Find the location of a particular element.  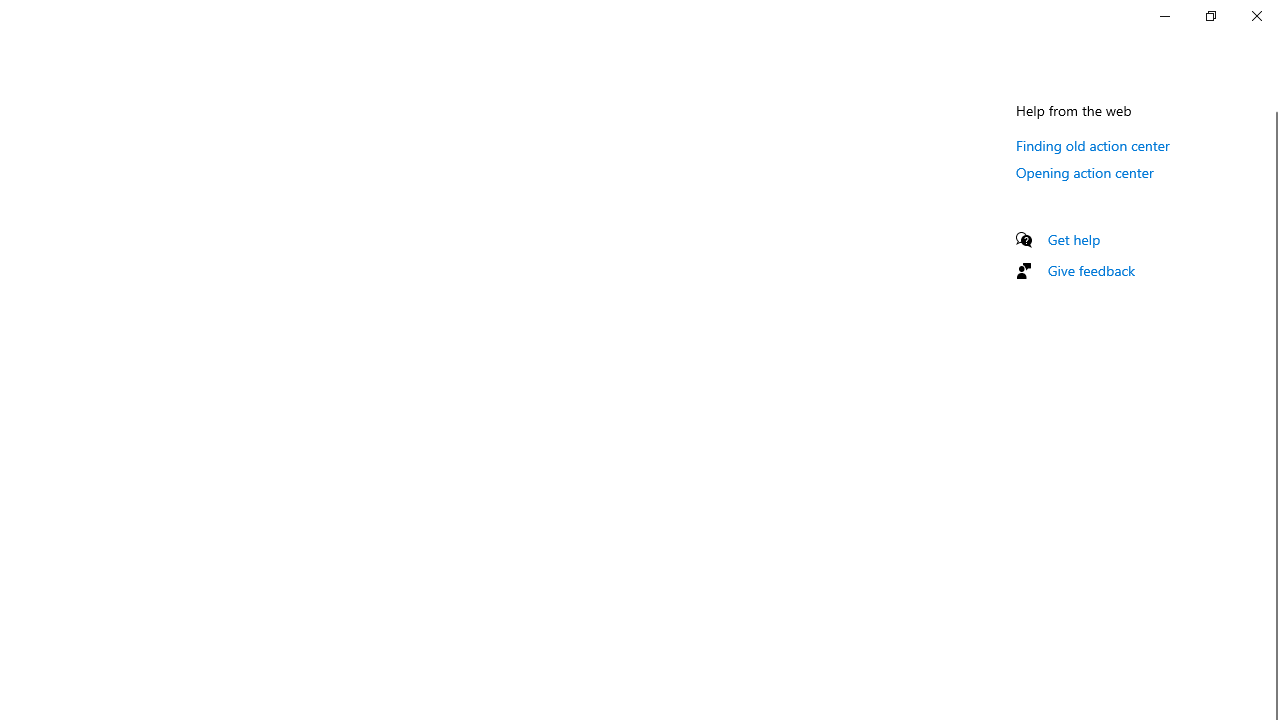

'Get help' is located at coordinates (1073, 238).